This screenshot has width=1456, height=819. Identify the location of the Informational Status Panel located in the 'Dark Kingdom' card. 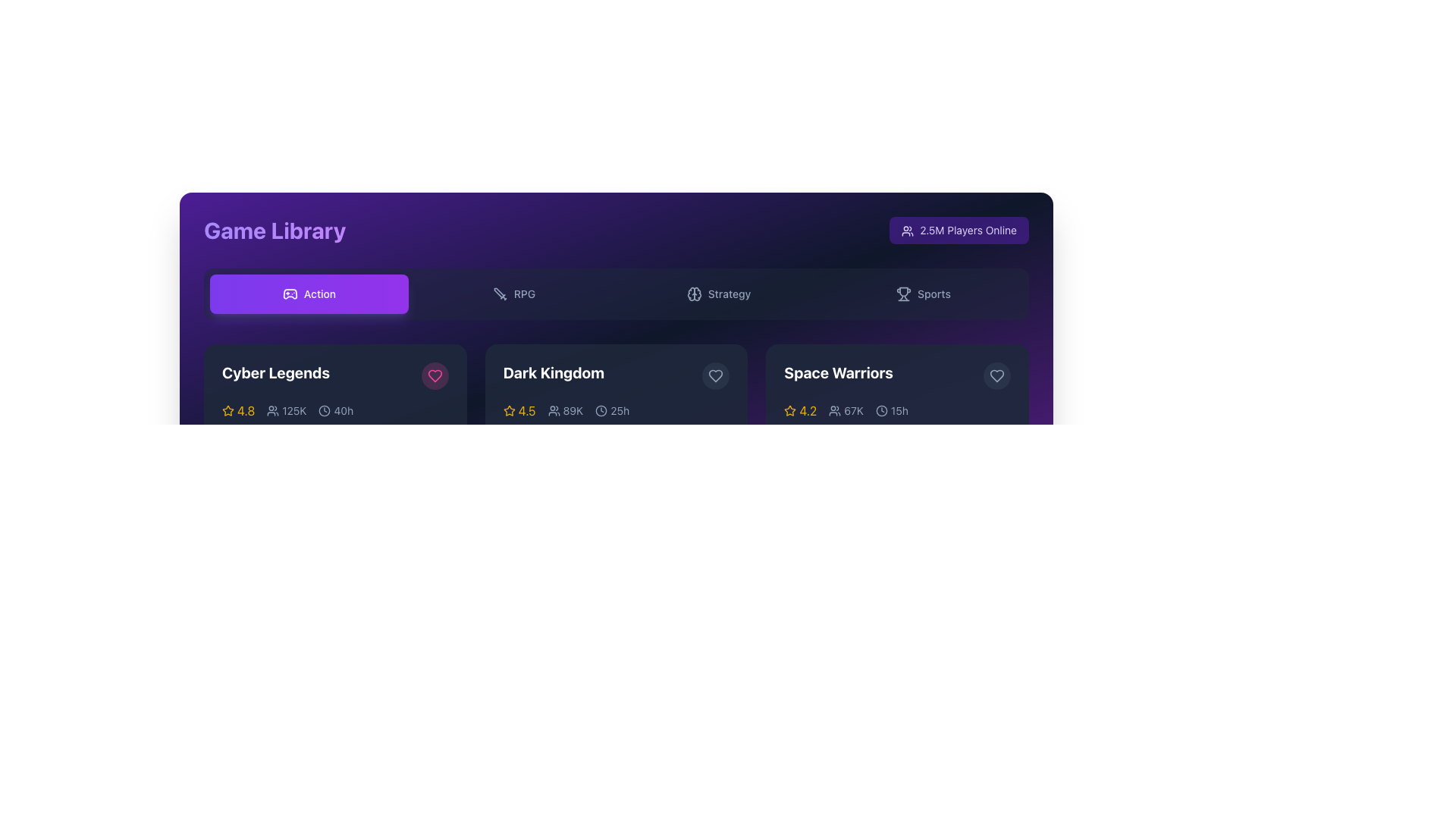
(616, 411).